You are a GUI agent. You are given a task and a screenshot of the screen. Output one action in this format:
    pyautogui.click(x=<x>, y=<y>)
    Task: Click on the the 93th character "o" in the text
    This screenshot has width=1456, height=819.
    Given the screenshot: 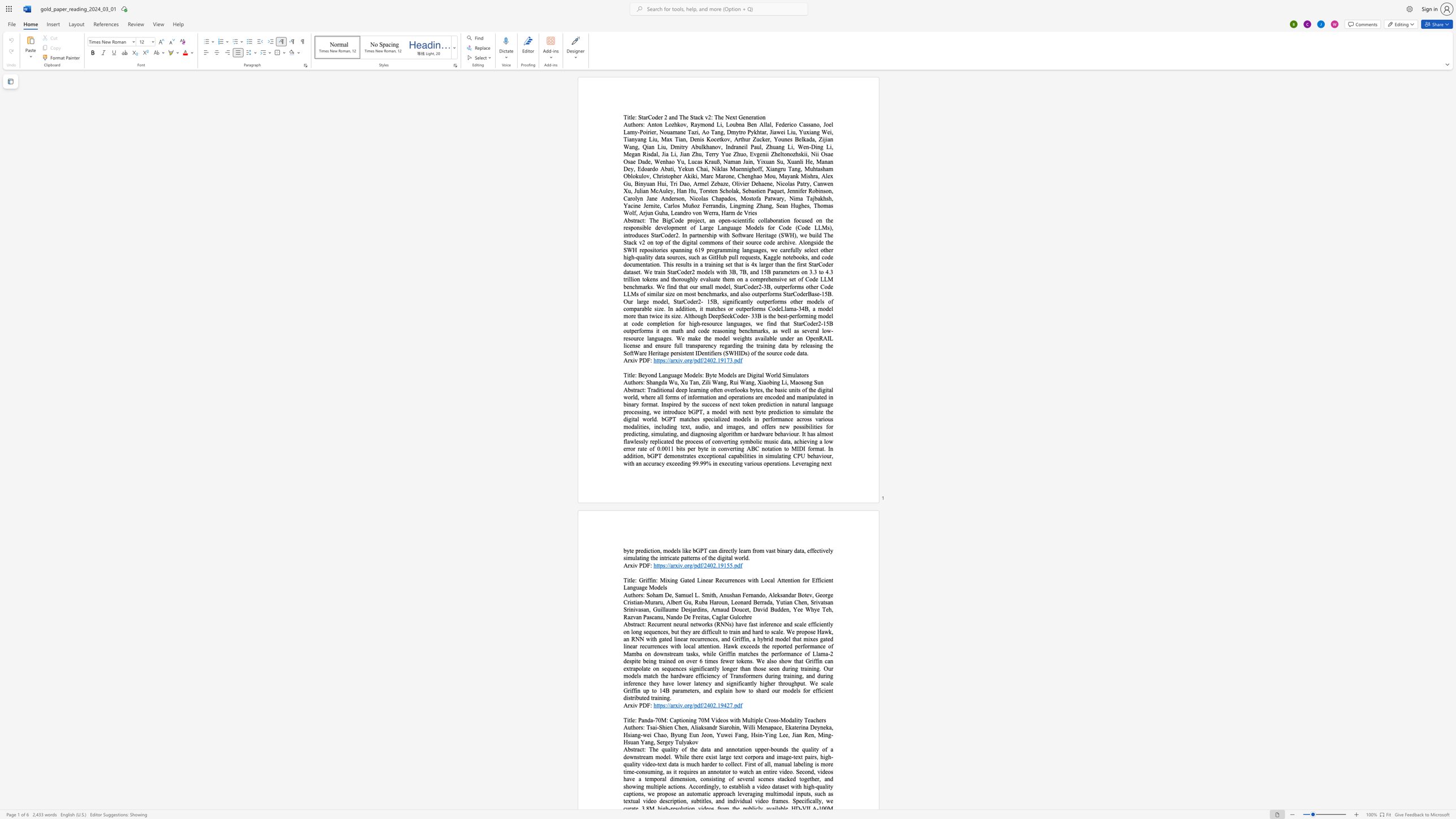 What is the action you would take?
    pyautogui.click(x=663, y=330)
    